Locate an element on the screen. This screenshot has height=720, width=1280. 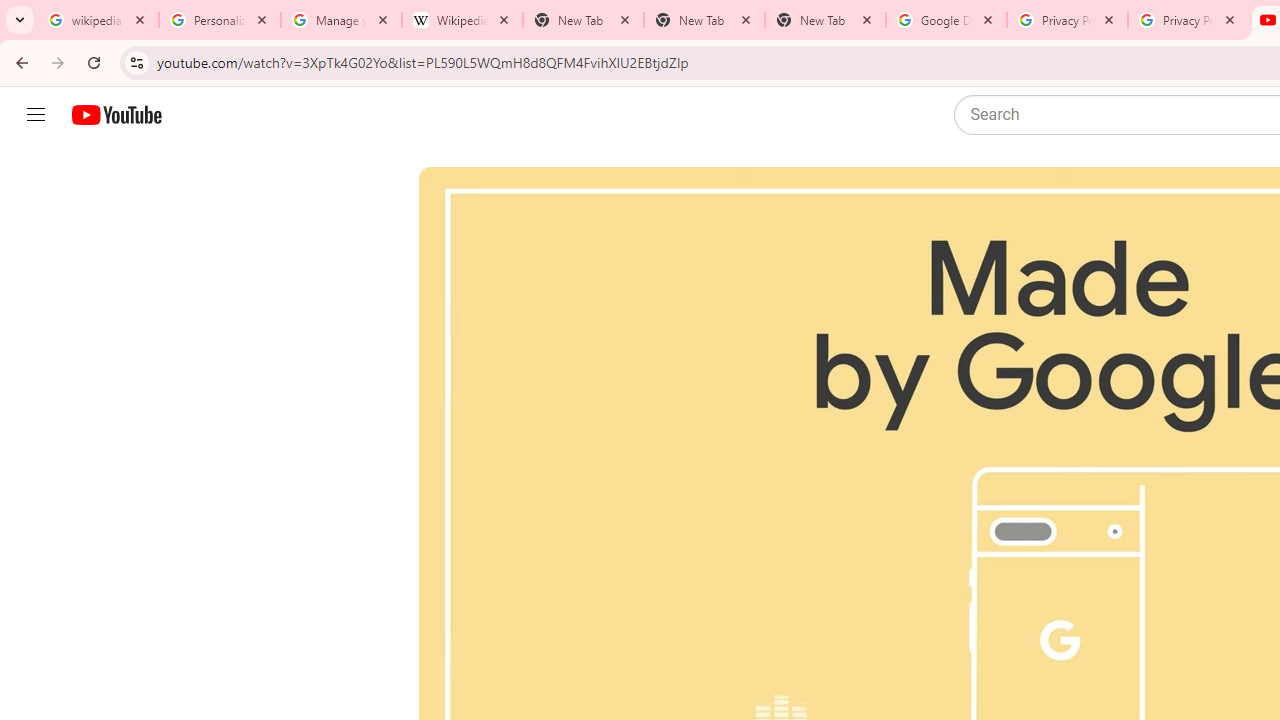
'YouTube Home' is located at coordinates (115, 115).